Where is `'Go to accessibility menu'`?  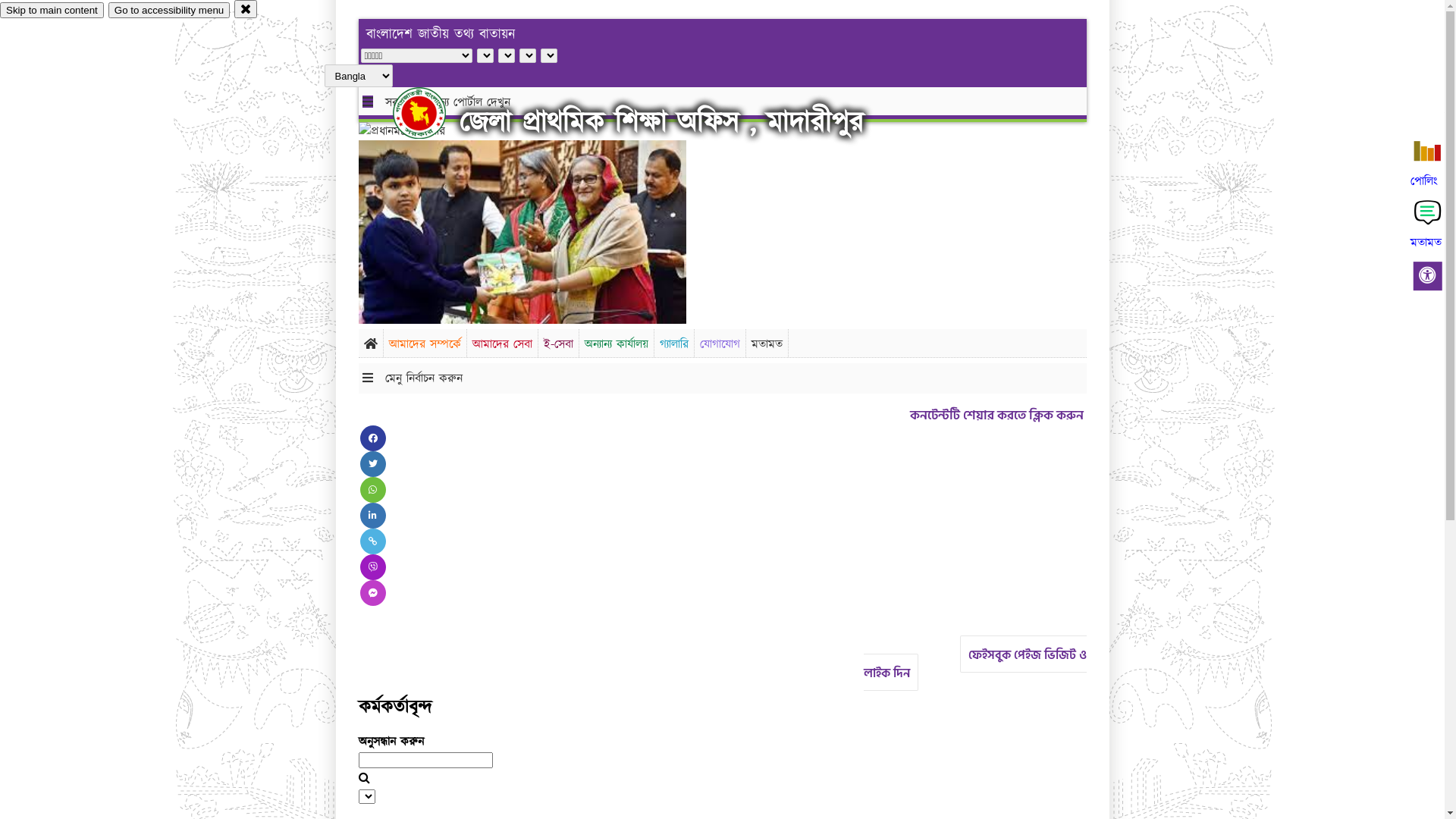
'Go to accessibility menu' is located at coordinates (168, 10).